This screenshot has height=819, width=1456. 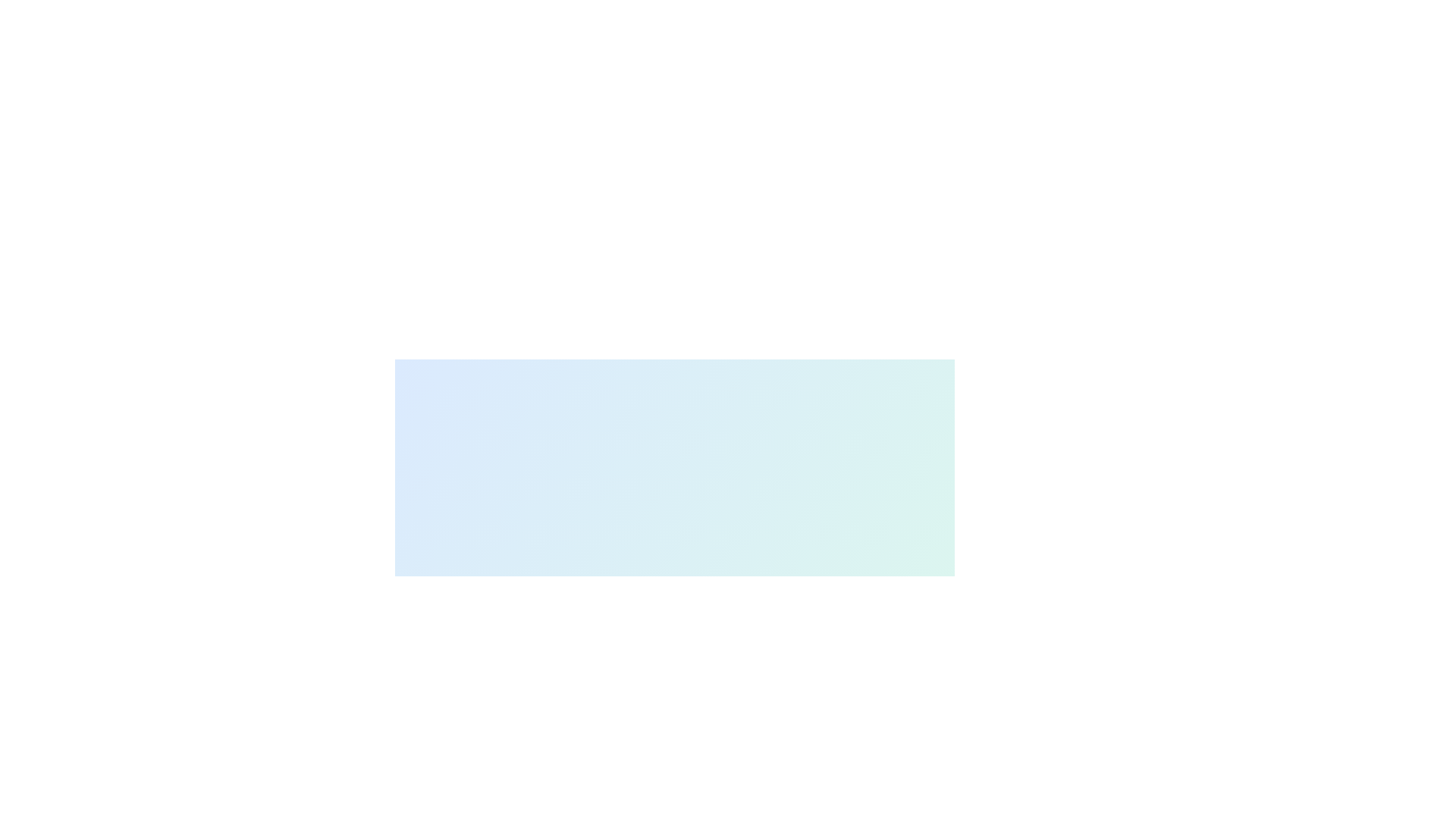 What do you see at coordinates (449, 657) in the screenshot?
I see `the decorative Circle shape within the SVG graphic, which is centrally positioned relative to its containing SVG element` at bounding box center [449, 657].